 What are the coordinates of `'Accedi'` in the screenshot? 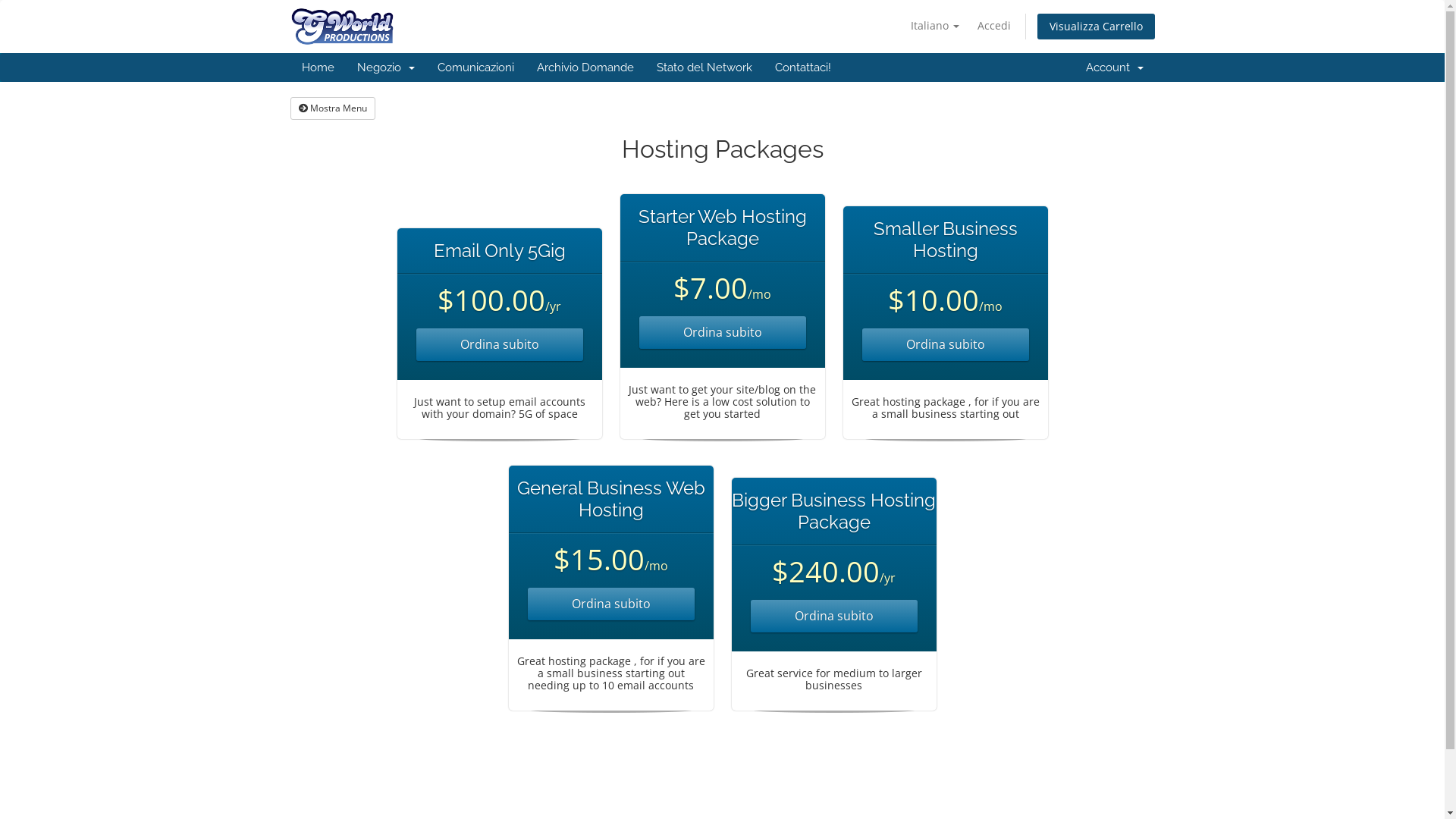 It's located at (968, 26).